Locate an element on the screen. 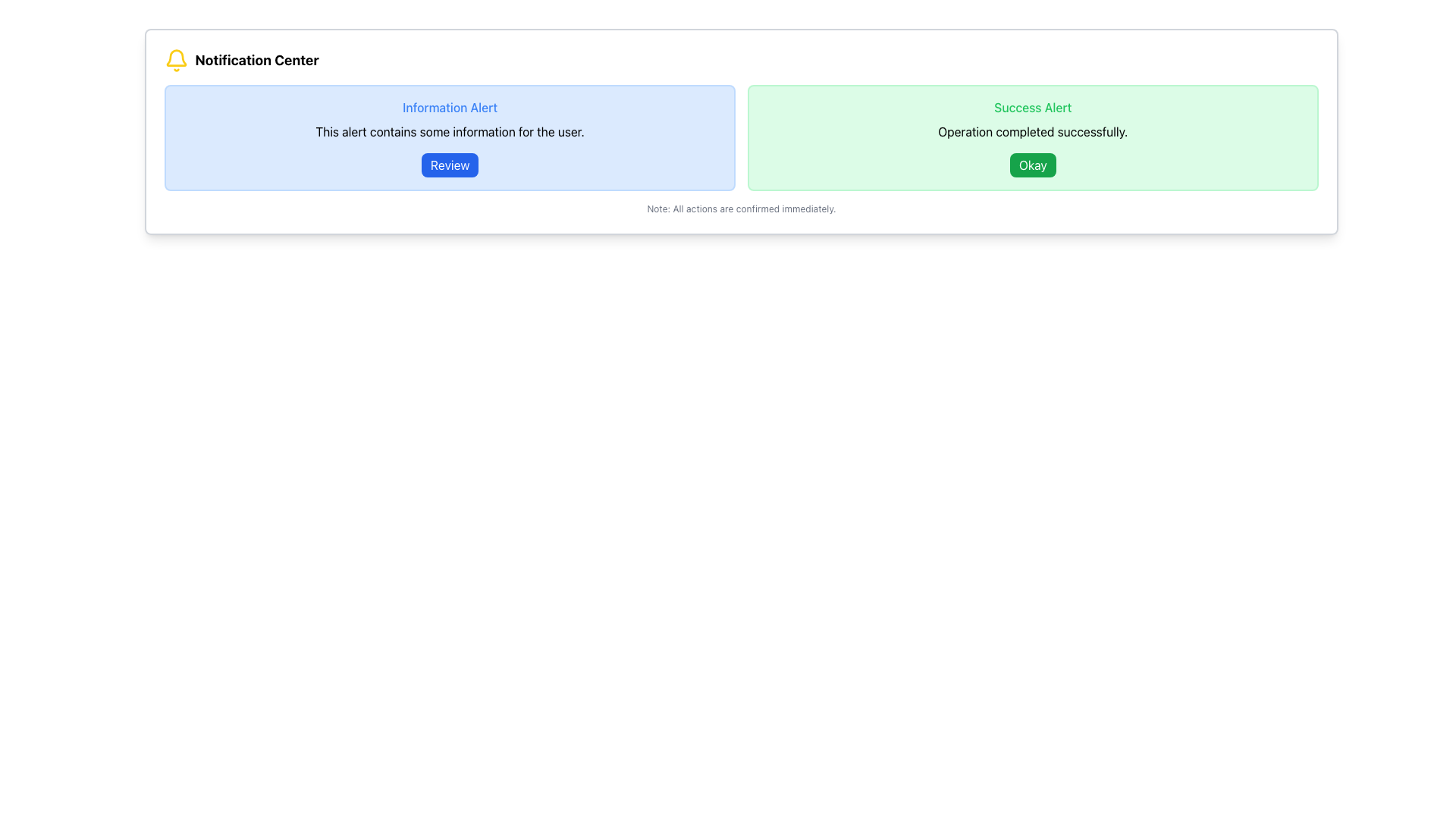  the 'Okay' button with a green background in the 'Success Alert' box is located at coordinates (1032, 165).